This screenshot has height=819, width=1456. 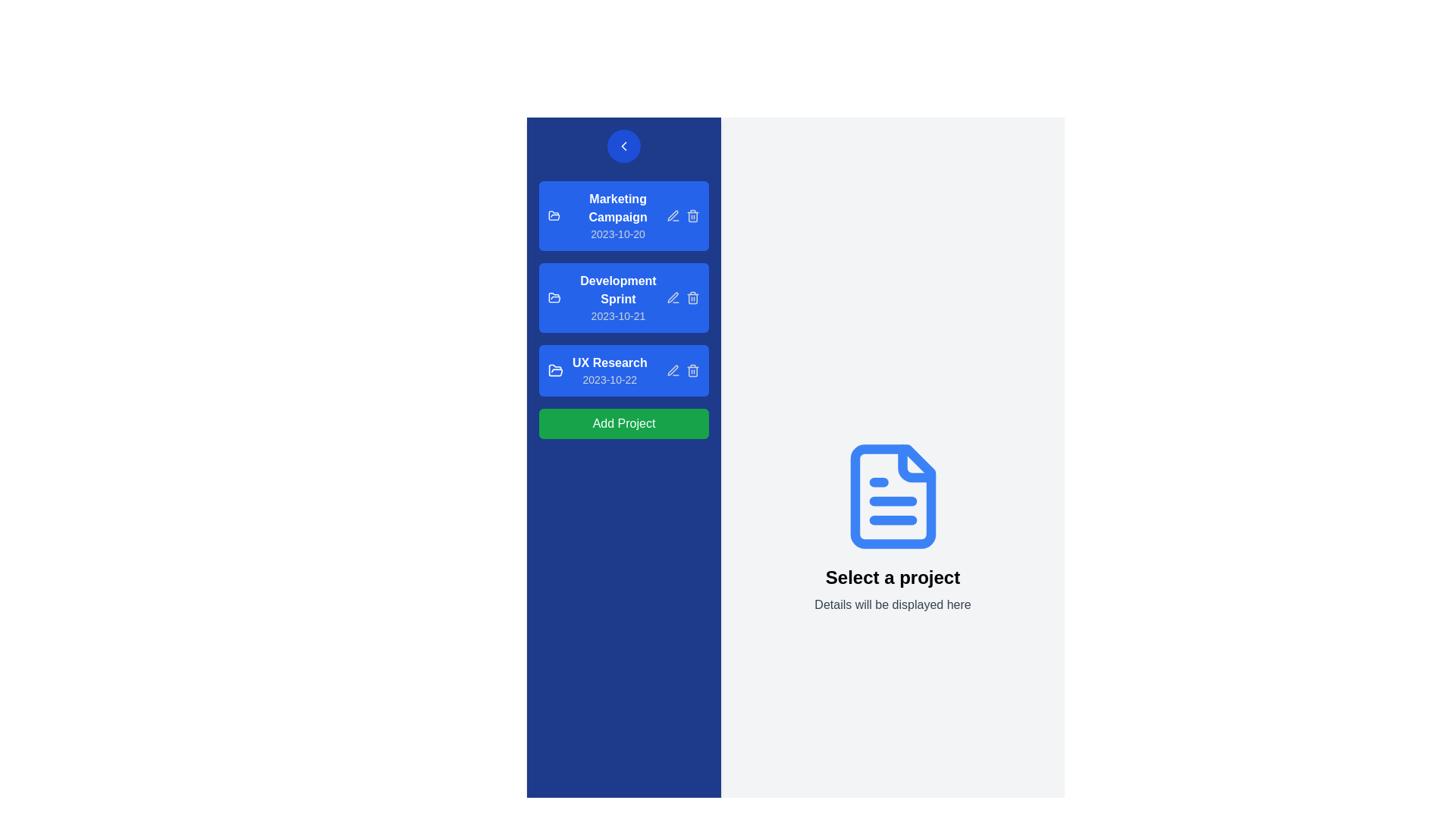 I want to click on the 'Marketing Campaign' text label located at the top of the project card, so click(x=618, y=208).